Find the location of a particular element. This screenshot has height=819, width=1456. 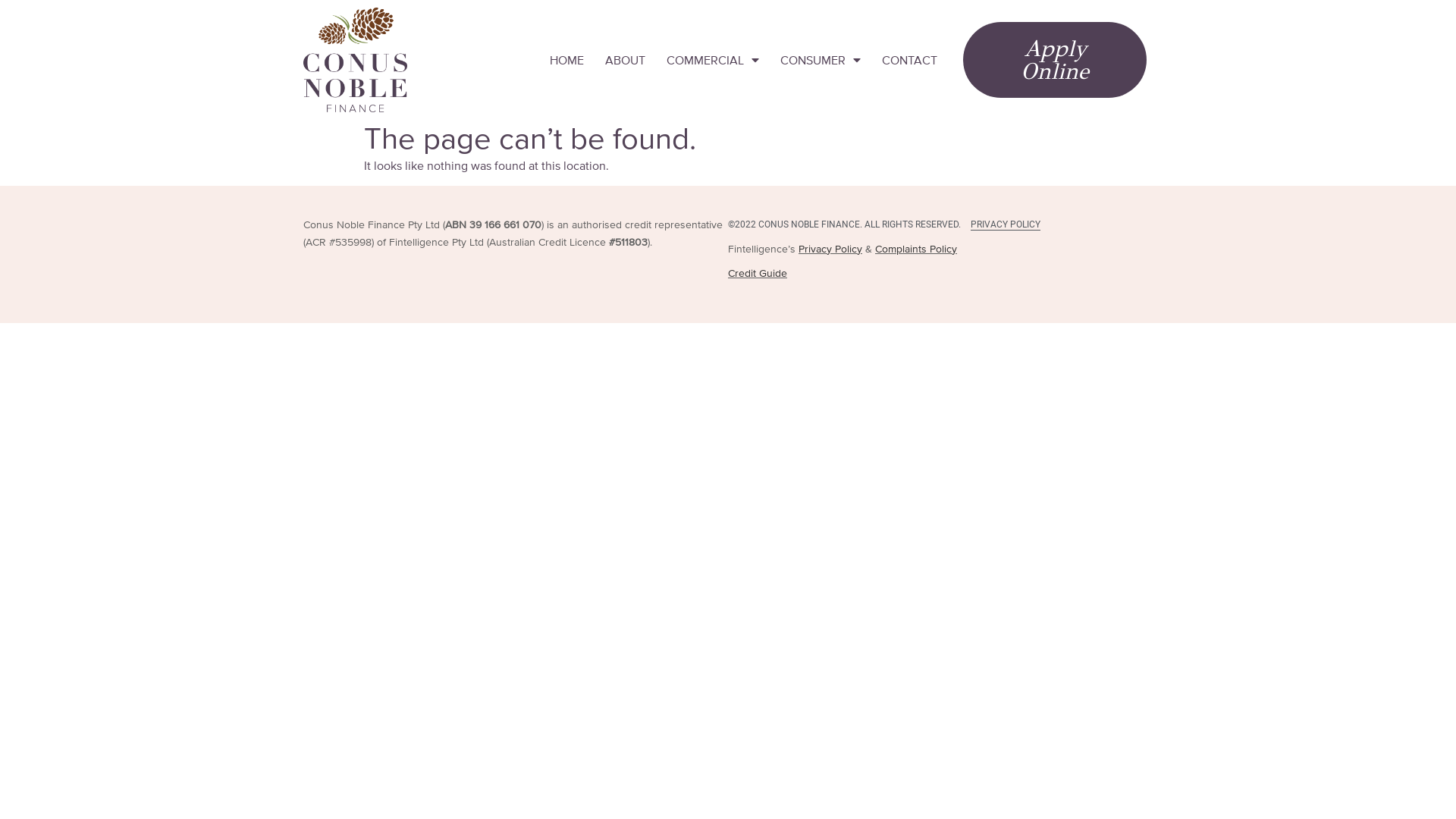

'Privacy Policy' is located at coordinates (829, 248).